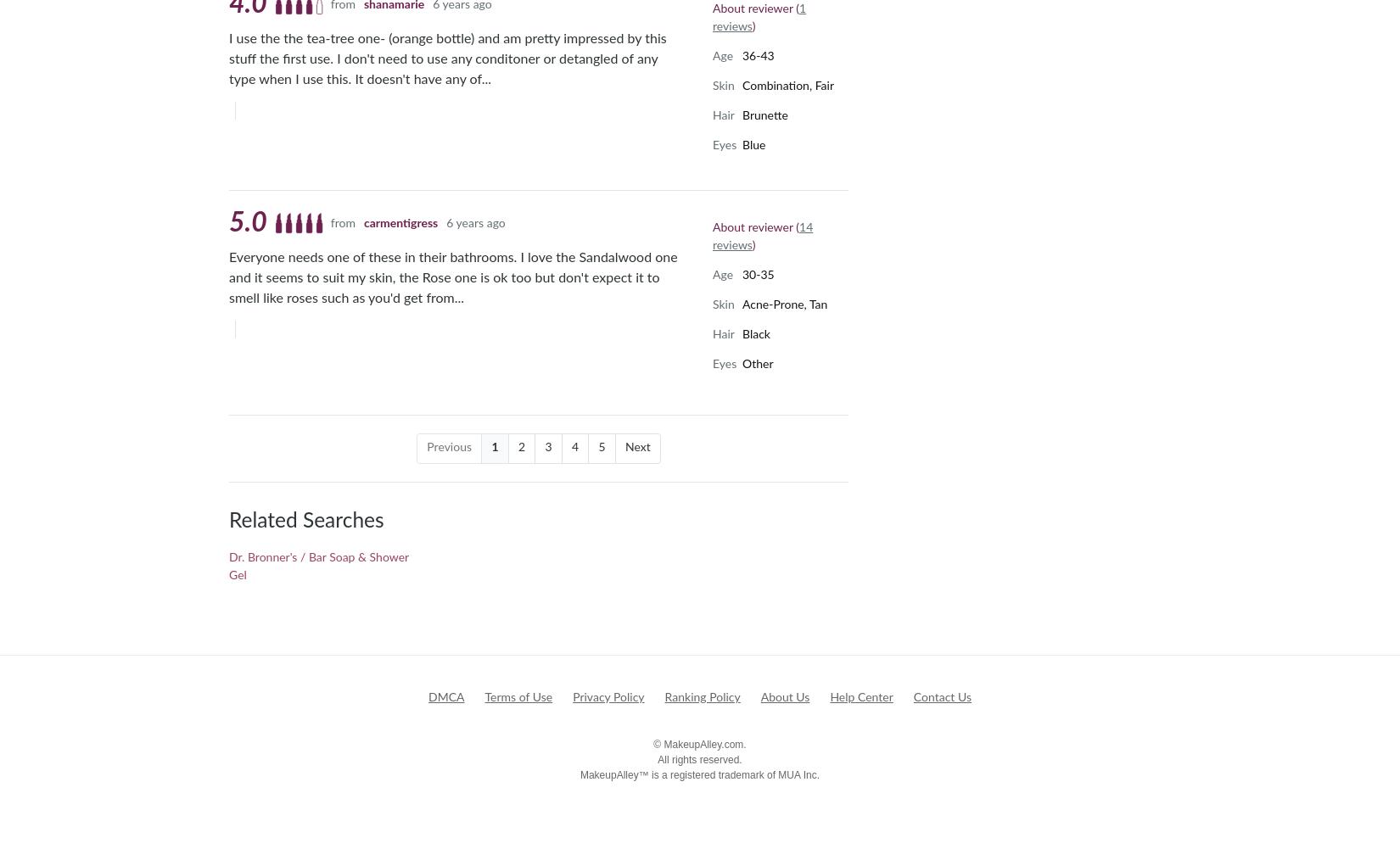  I want to click on 'Ranking Policy', so click(702, 696).